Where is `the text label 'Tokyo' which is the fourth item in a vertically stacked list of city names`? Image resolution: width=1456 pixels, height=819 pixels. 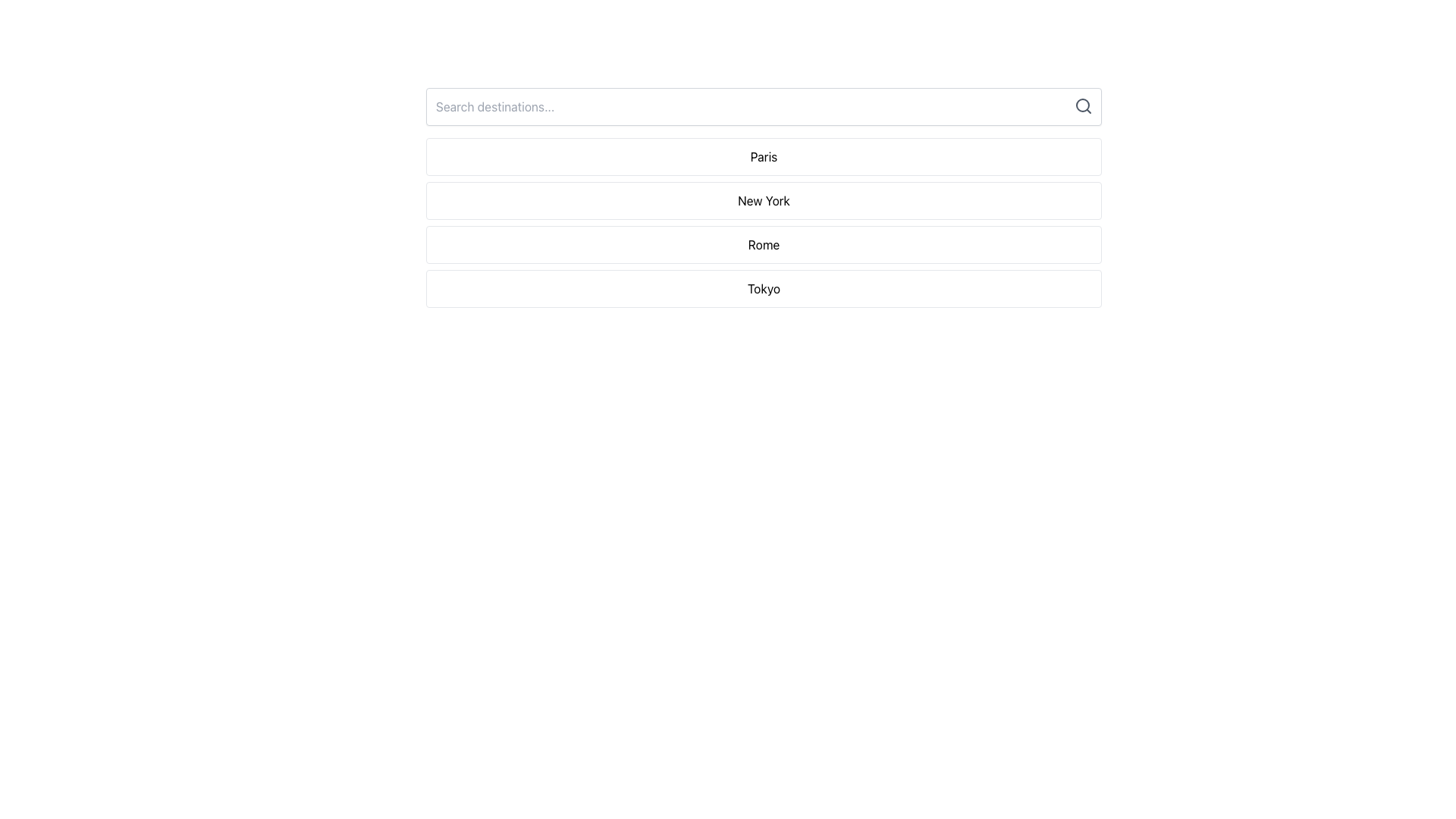 the text label 'Tokyo' which is the fourth item in a vertically stacked list of city names is located at coordinates (764, 289).